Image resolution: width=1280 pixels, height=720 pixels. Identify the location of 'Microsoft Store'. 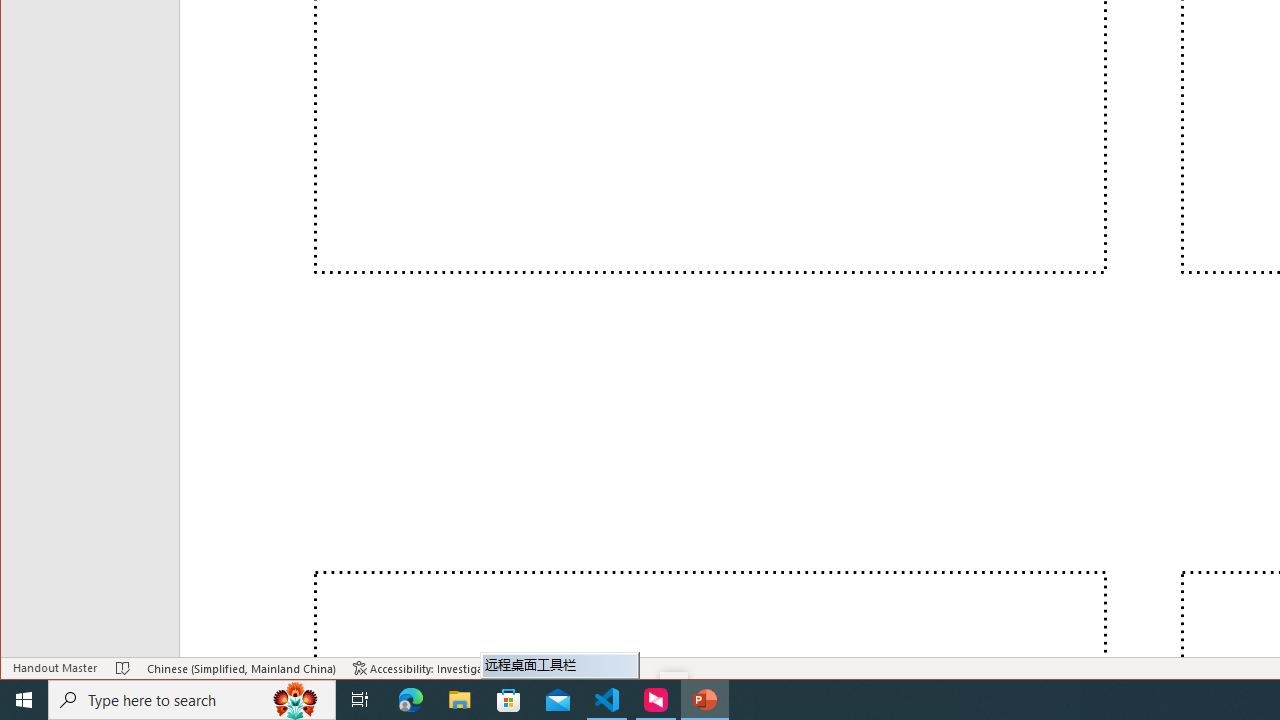
(509, 698).